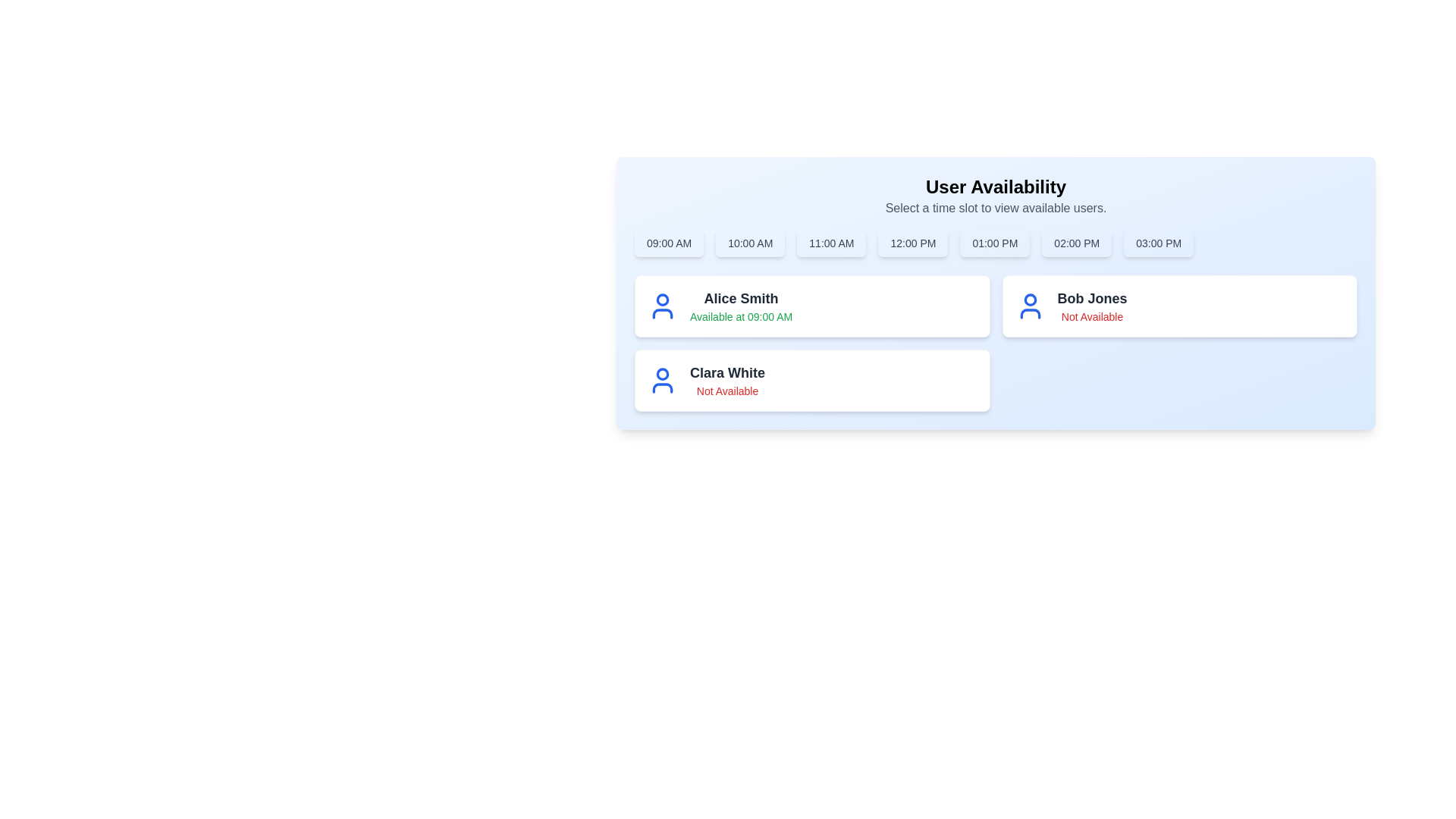 This screenshot has width=1456, height=819. What do you see at coordinates (662, 299) in the screenshot?
I see `the status icon represented by an SVG circle shape located at the upper left corner of the user card labeled 'Alice Smith'` at bounding box center [662, 299].